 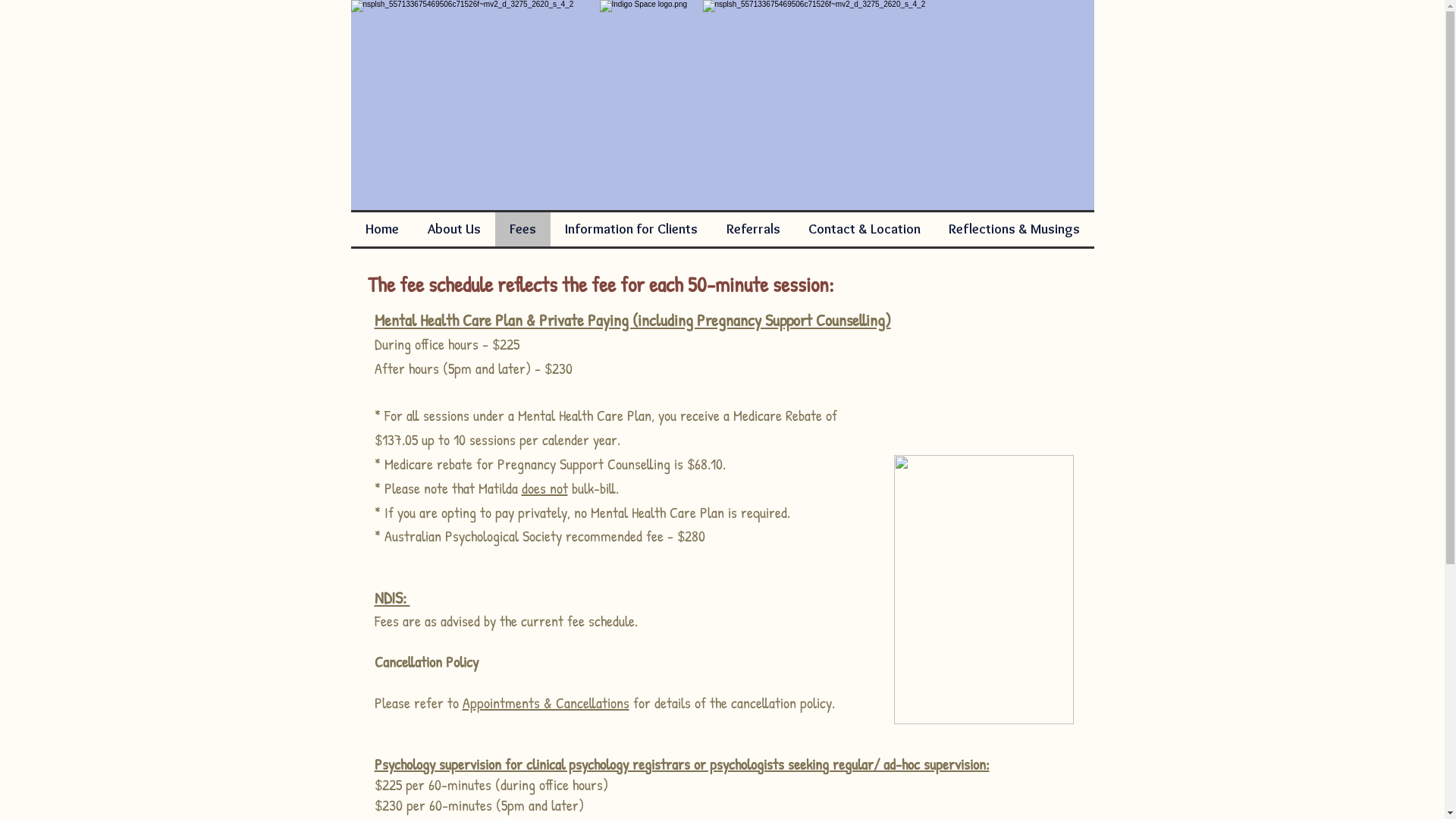 I want to click on 'Information for Clients', so click(x=549, y=229).